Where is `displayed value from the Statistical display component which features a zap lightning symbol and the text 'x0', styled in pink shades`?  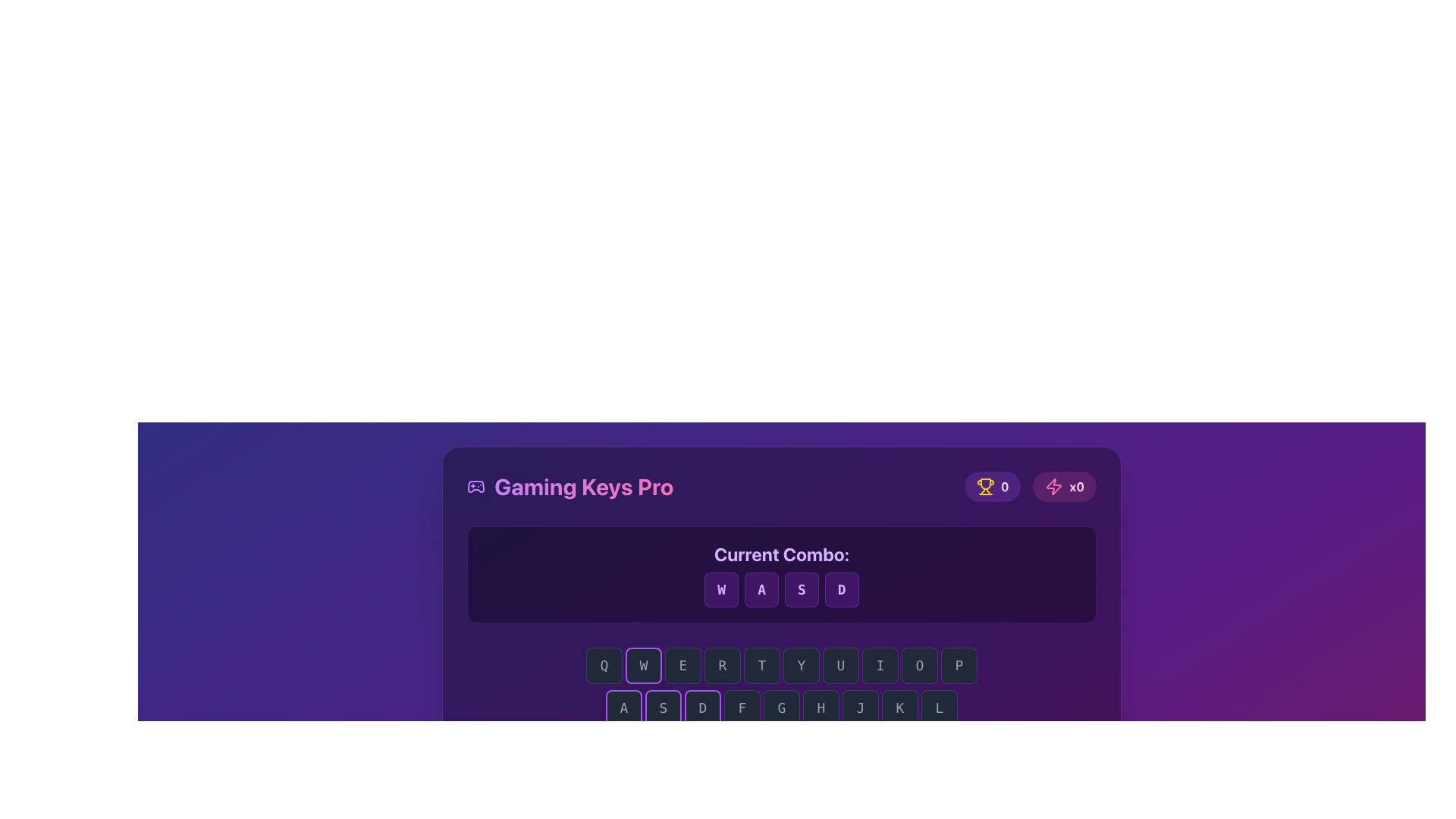 displayed value from the Statistical display component which features a zap lightning symbol and the text 'x0', styled in pink shades is located at coordinates (1064, 486).